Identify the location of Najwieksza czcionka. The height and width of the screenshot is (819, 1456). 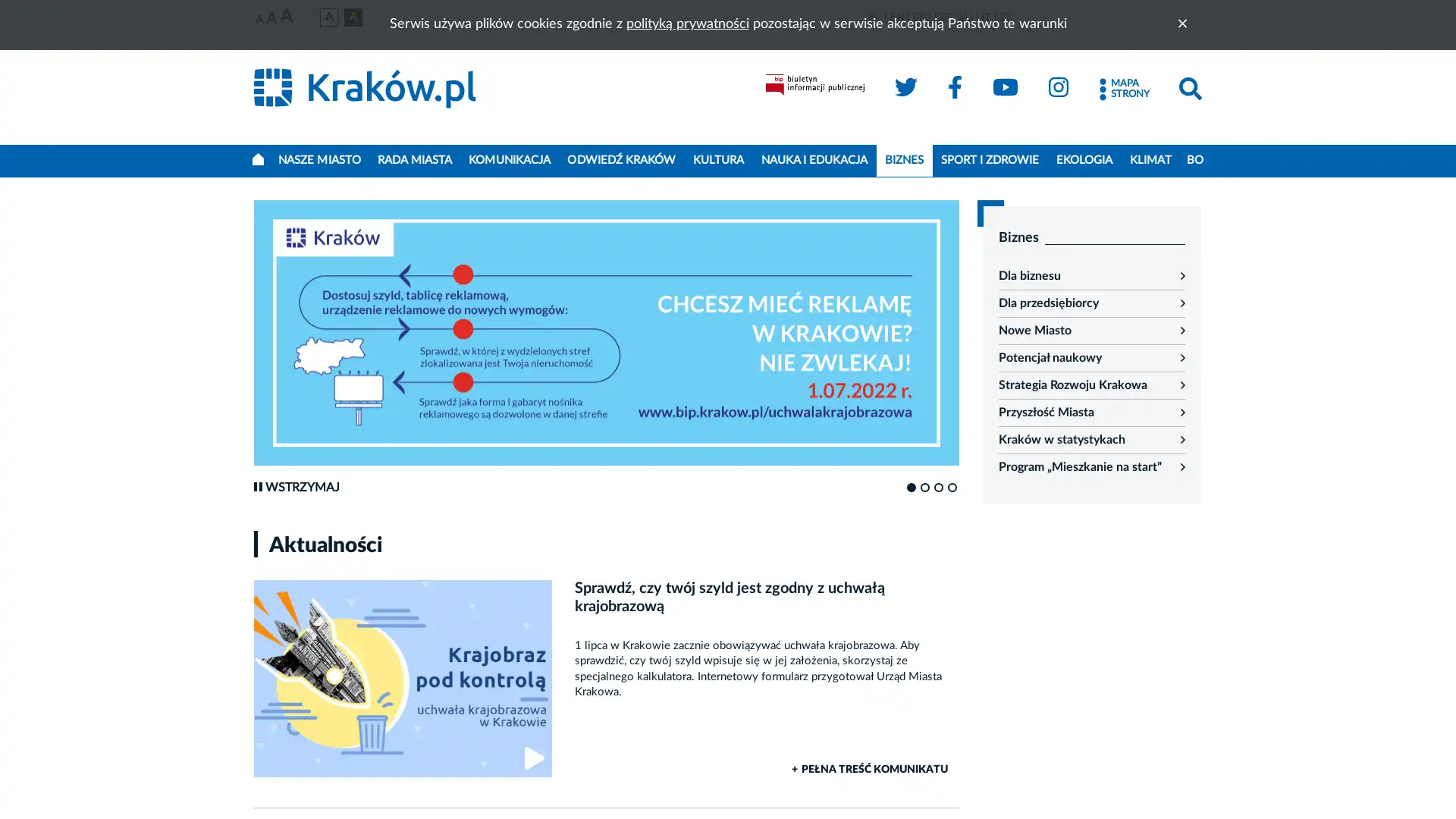
(286, 17).